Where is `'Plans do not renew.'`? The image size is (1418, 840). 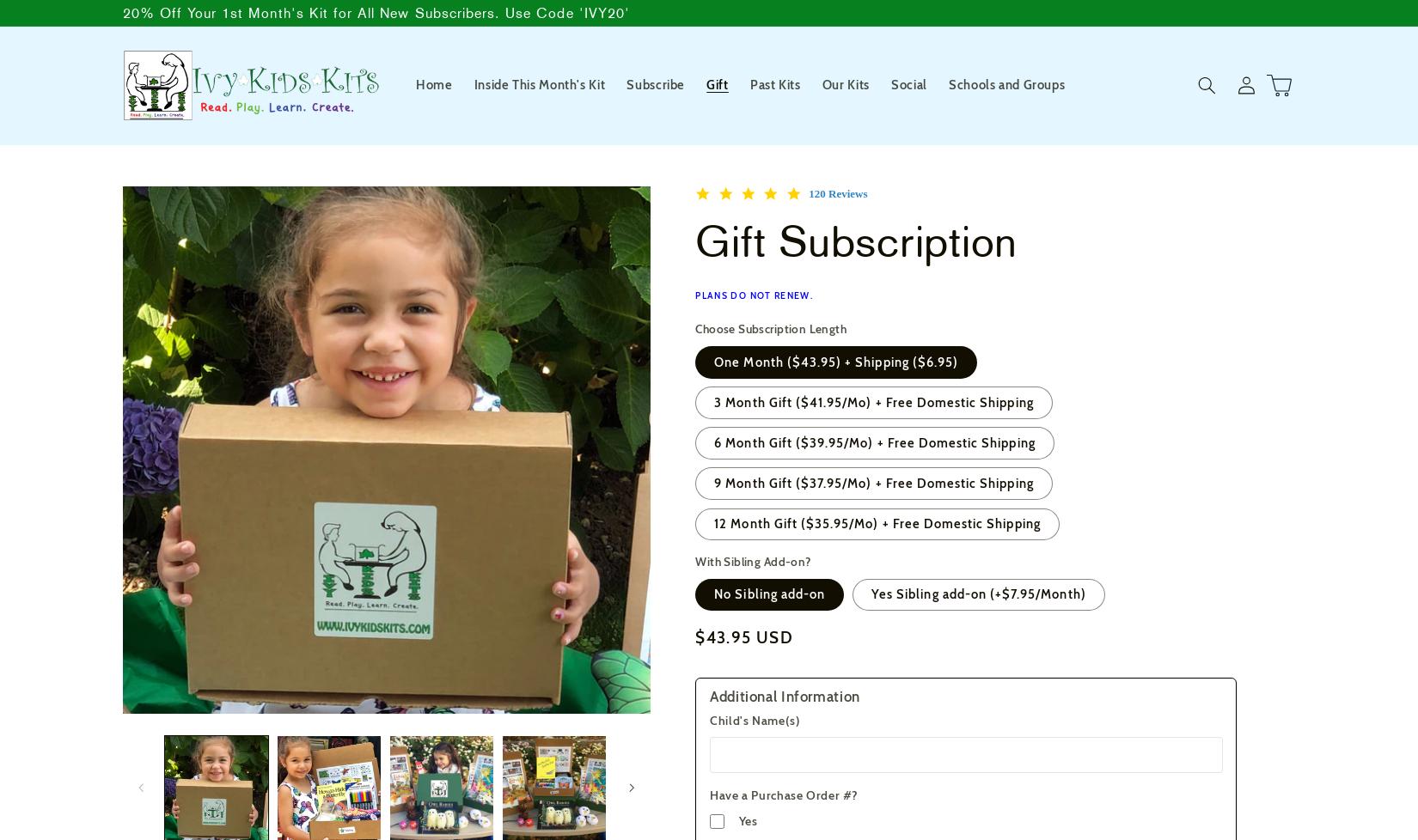
'Plans do not renew.' is located at coordinates (754, 295).